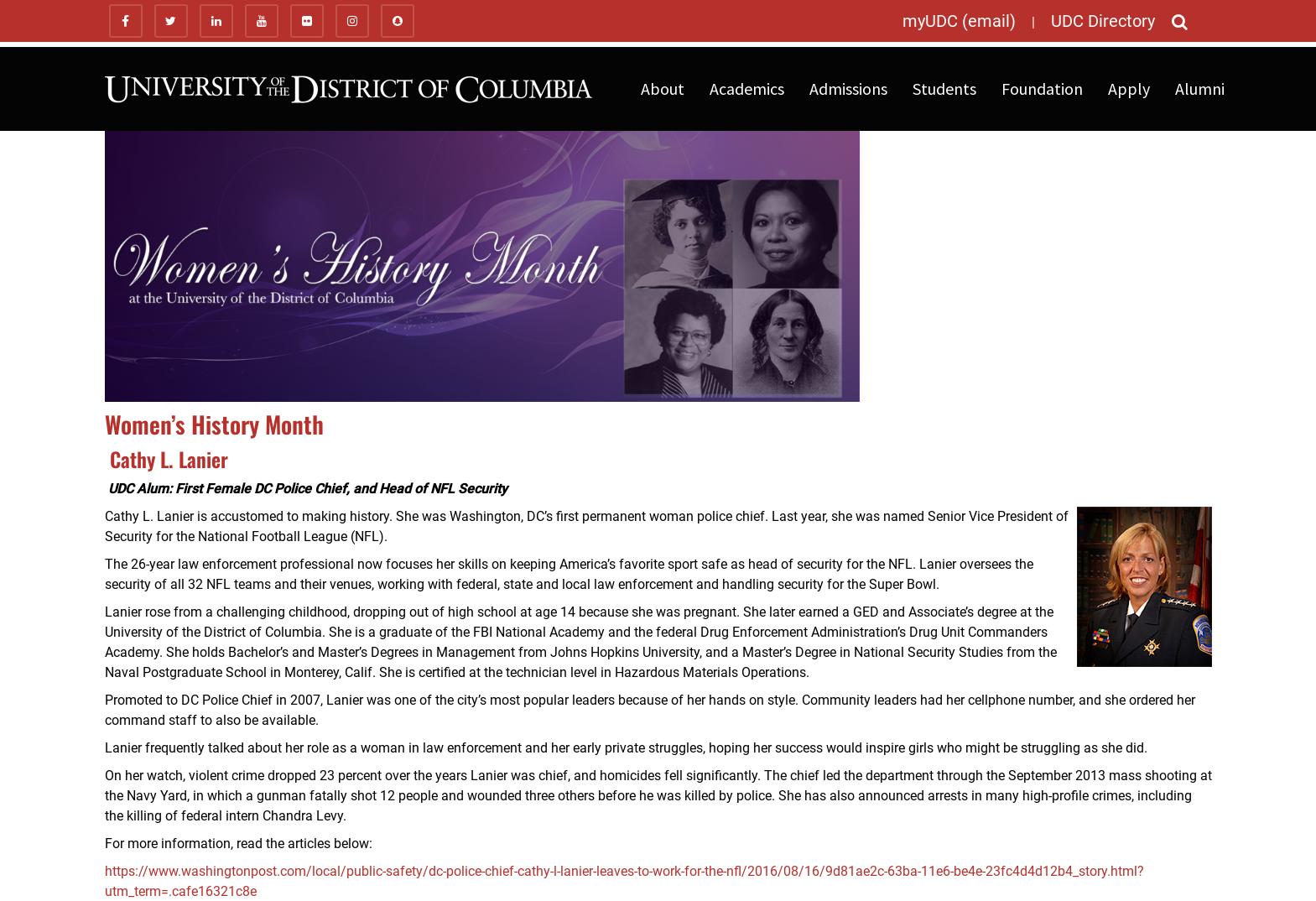 This screenshot has height=901, width=1316. I want to click on 'UDC Directory', so click(1102, 20).